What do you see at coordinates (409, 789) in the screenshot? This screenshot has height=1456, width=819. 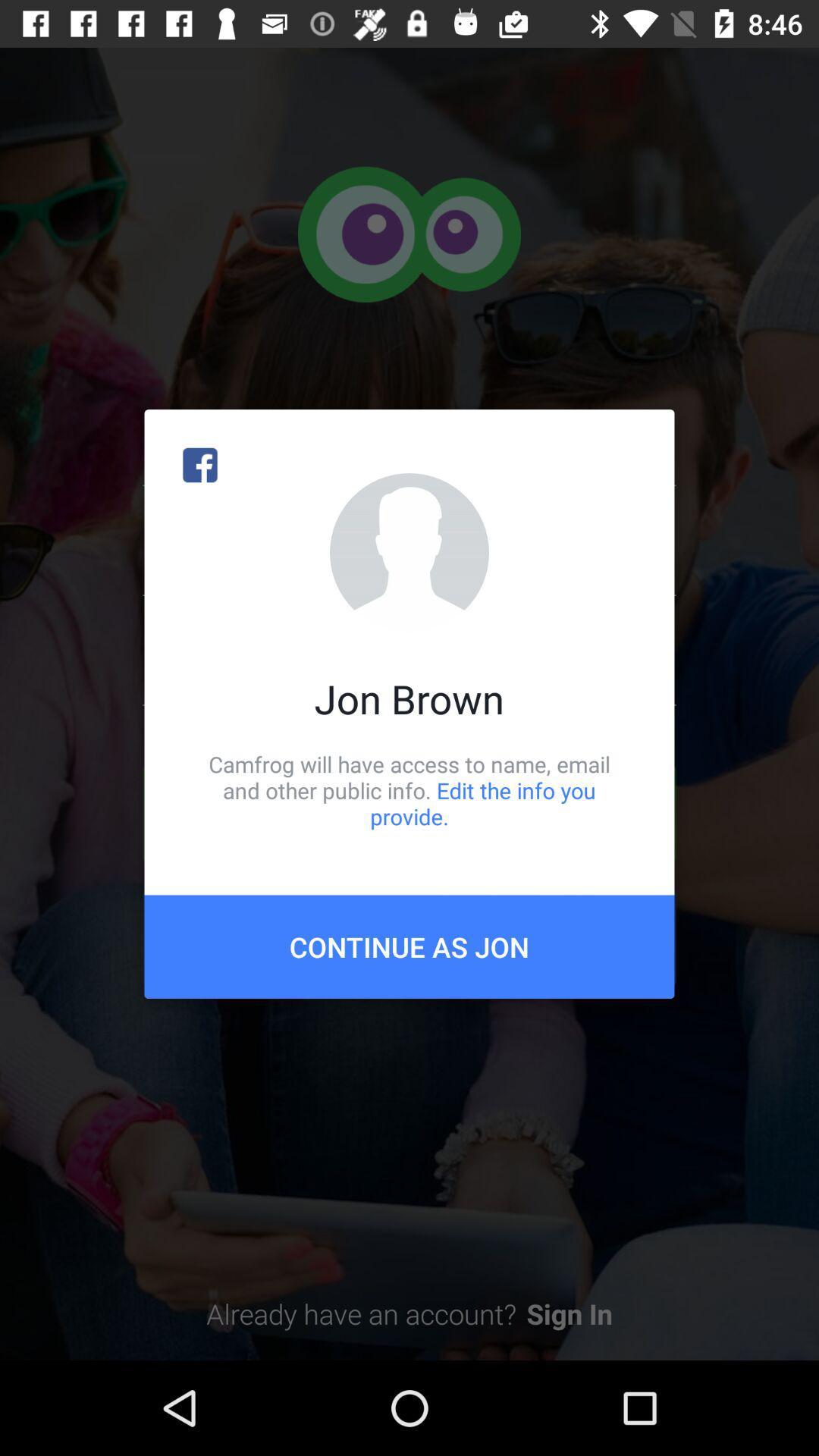 I see `camfrog will have item` at bounding box center [409, 789].